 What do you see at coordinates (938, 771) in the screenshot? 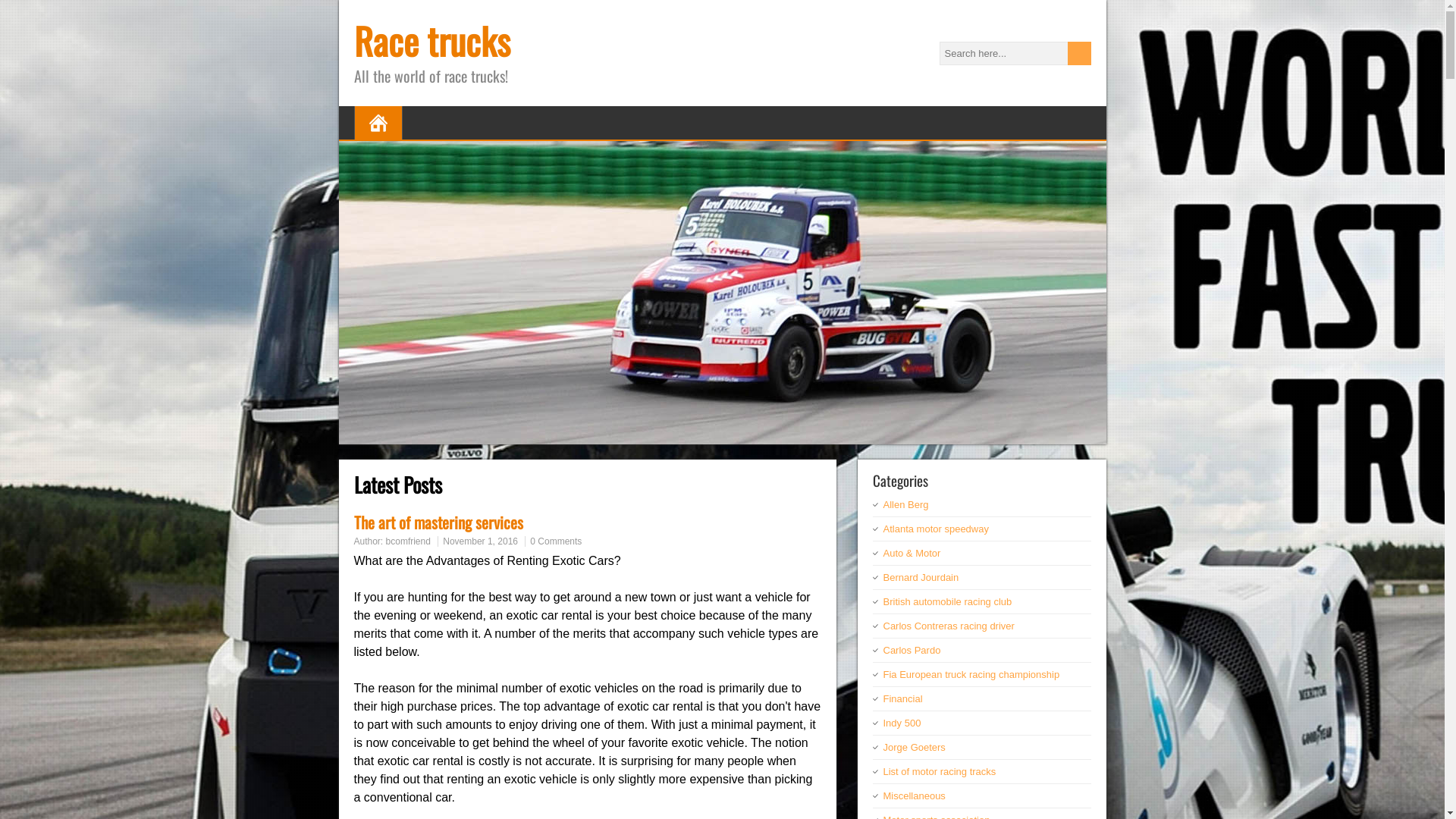
I see `'List of motor racing tracks'` at bounding box center [938, 771].